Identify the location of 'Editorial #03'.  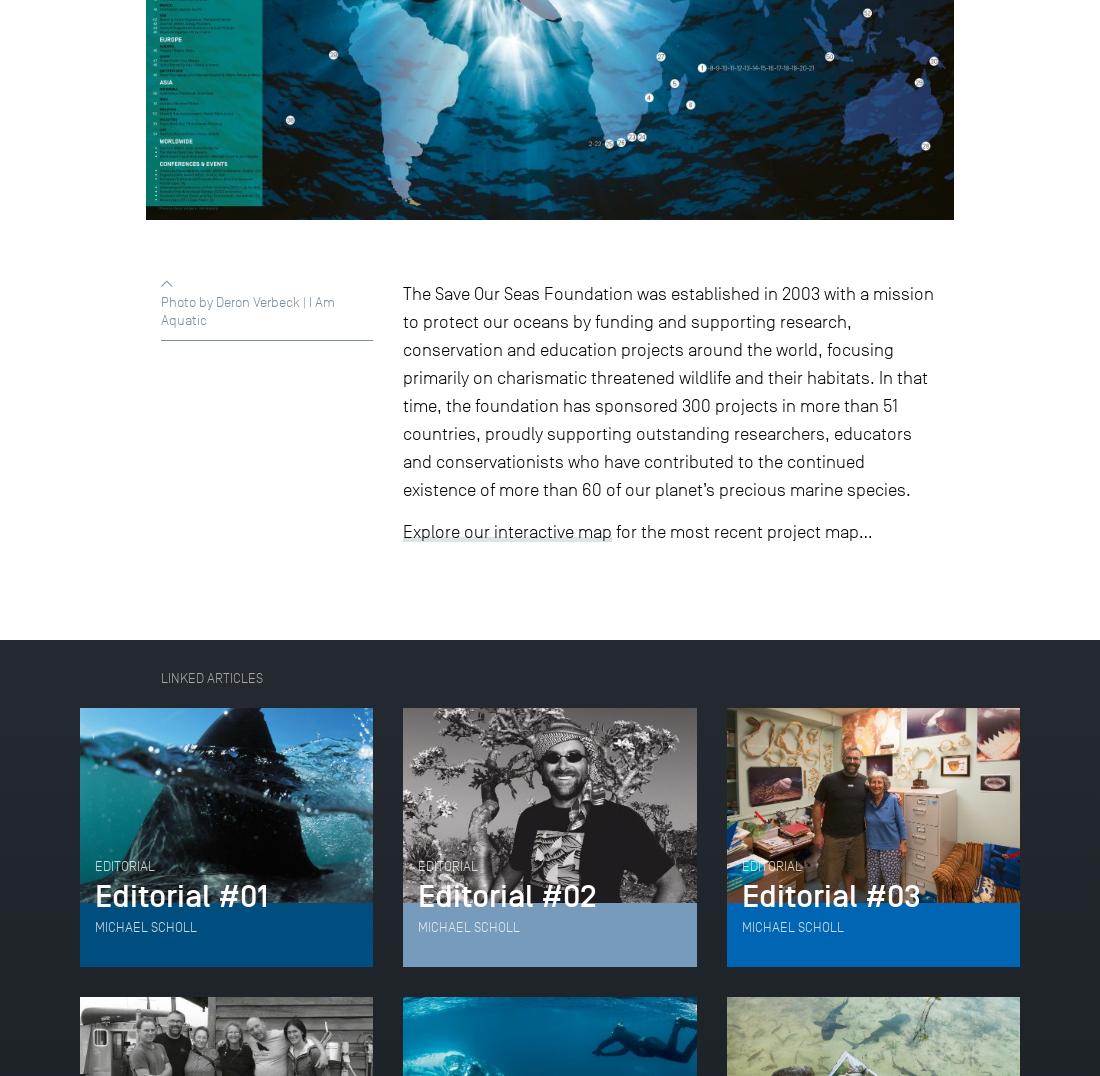
(829, 896).